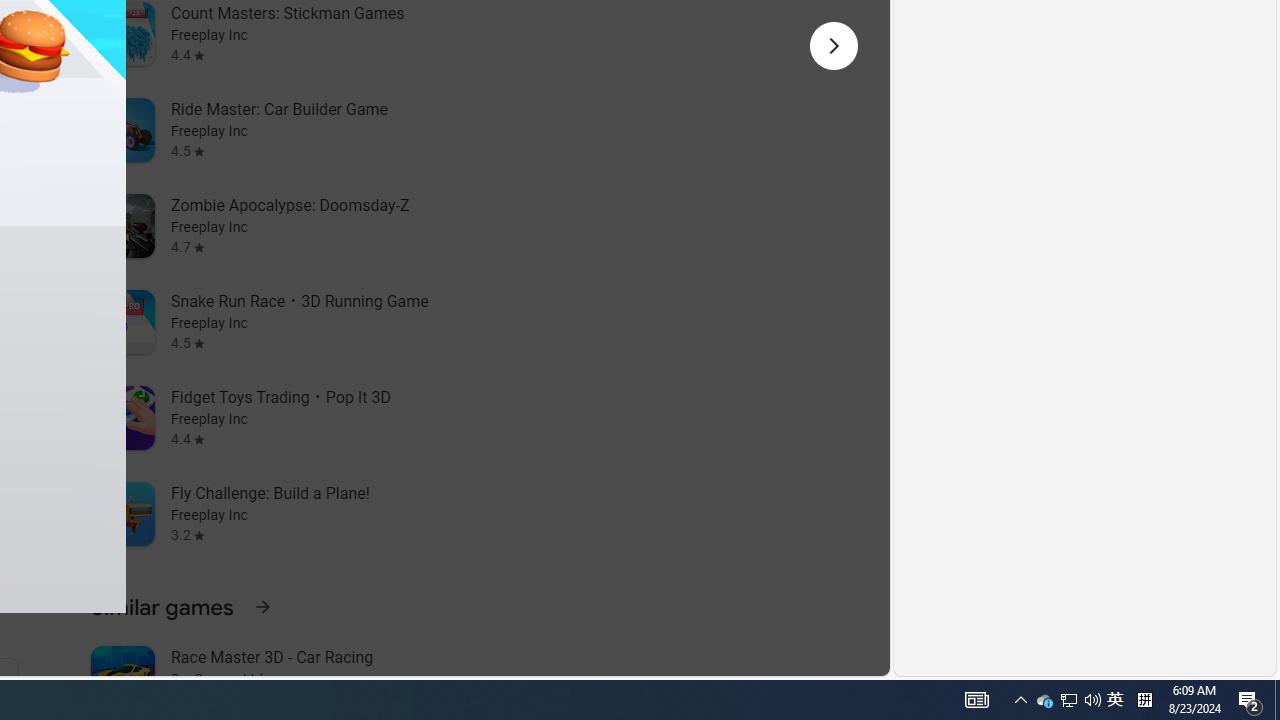 This screenshot has width=1280, height=720. I want to click on 'Next', so click(833, 45).